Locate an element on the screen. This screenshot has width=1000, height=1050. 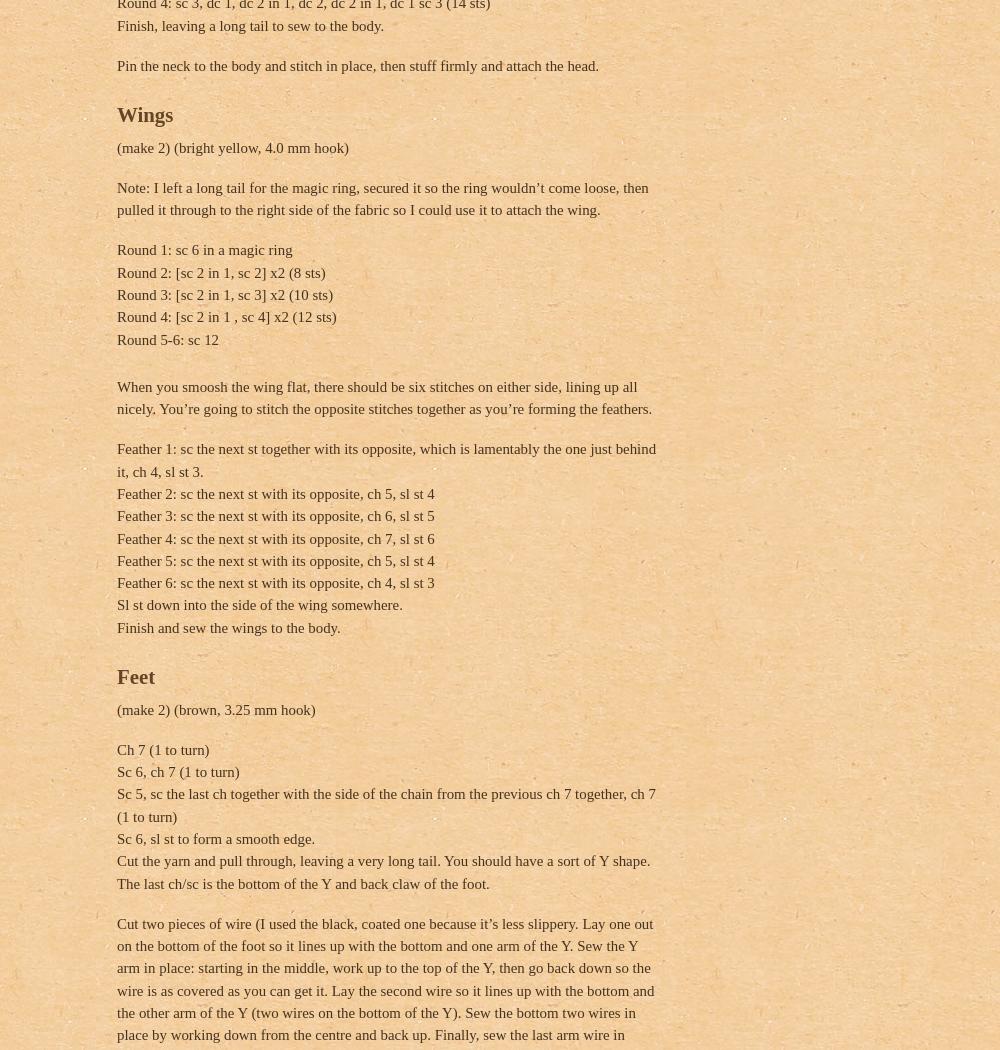
'Feather 3: sc the next st with its opposite, ch 6, sl st 5' is located at coordinates (275, 514).